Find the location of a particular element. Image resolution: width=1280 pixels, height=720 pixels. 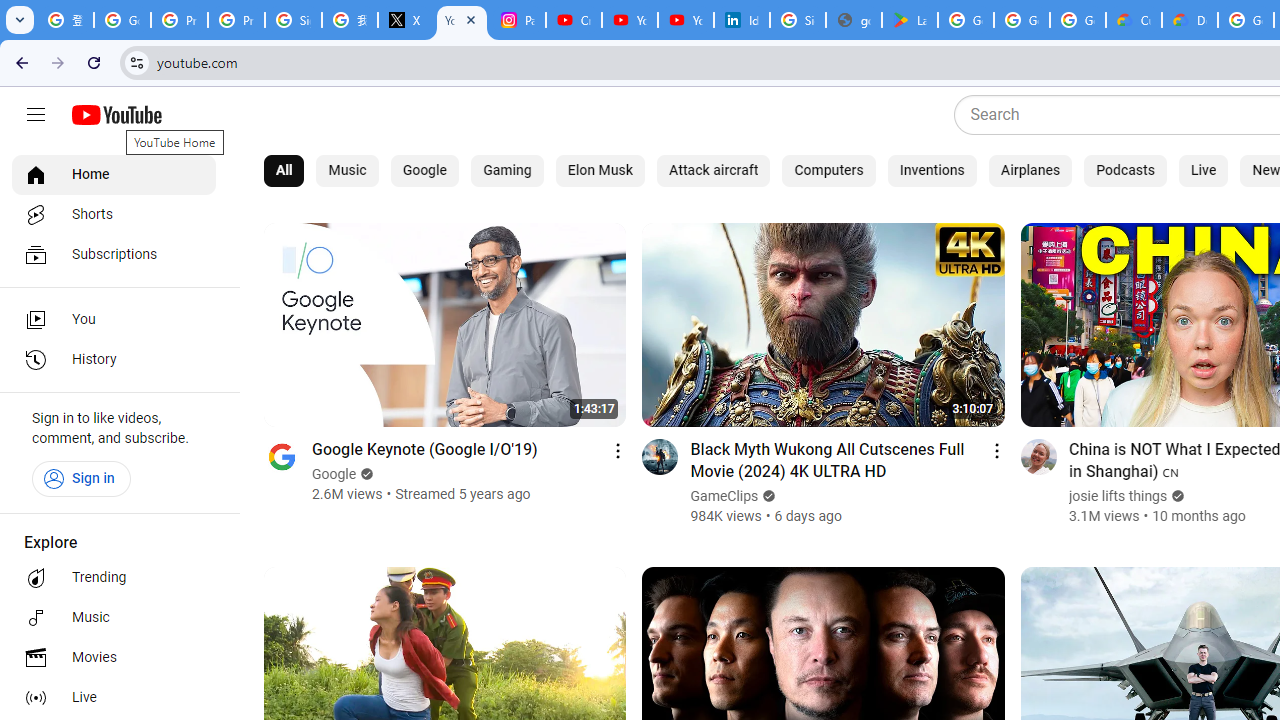

'Customer Care | Google Cloud' is located at coordinates (1134, 20).